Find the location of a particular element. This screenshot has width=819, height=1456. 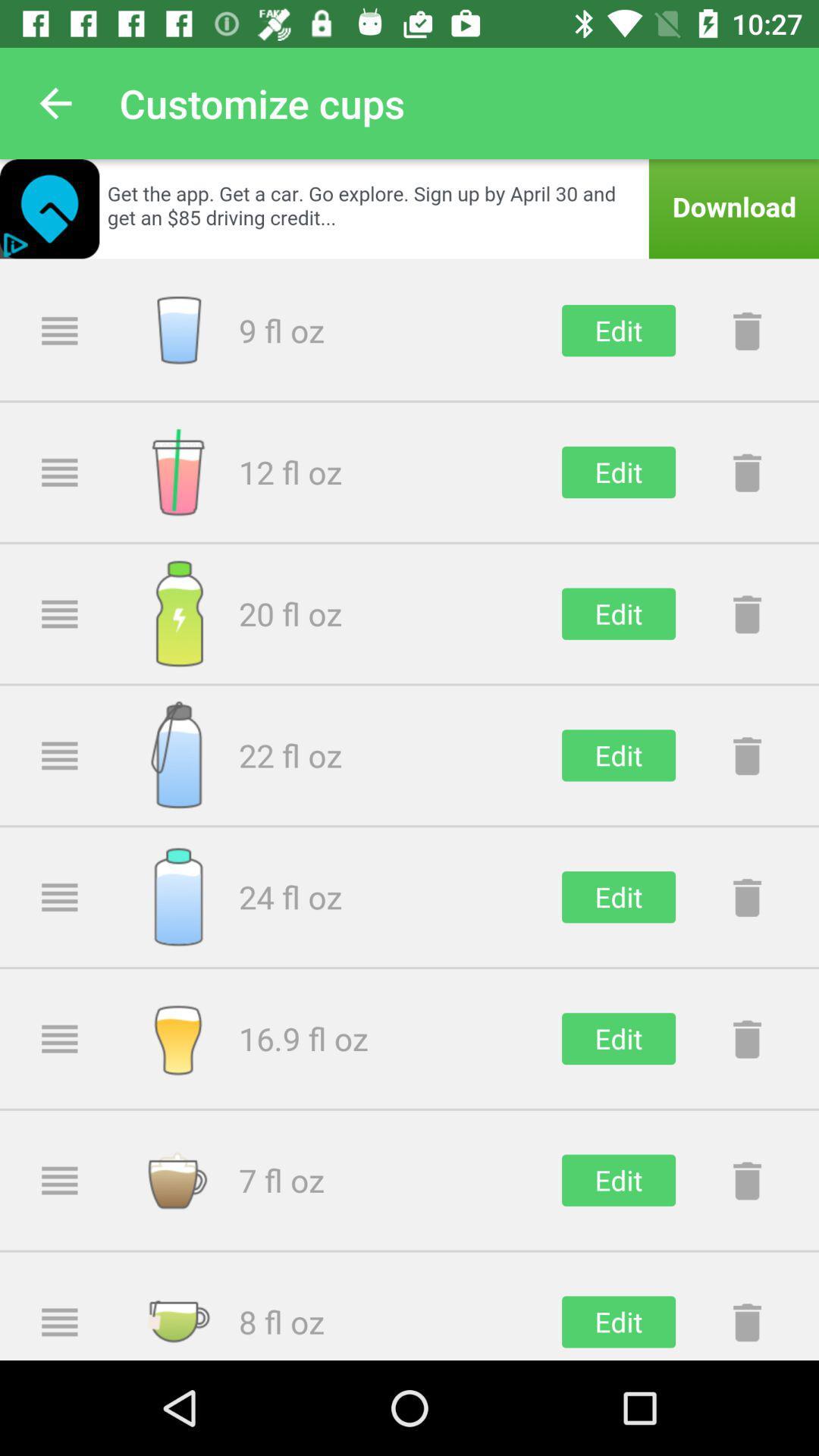

delete button is located at coordinates (746, 330).